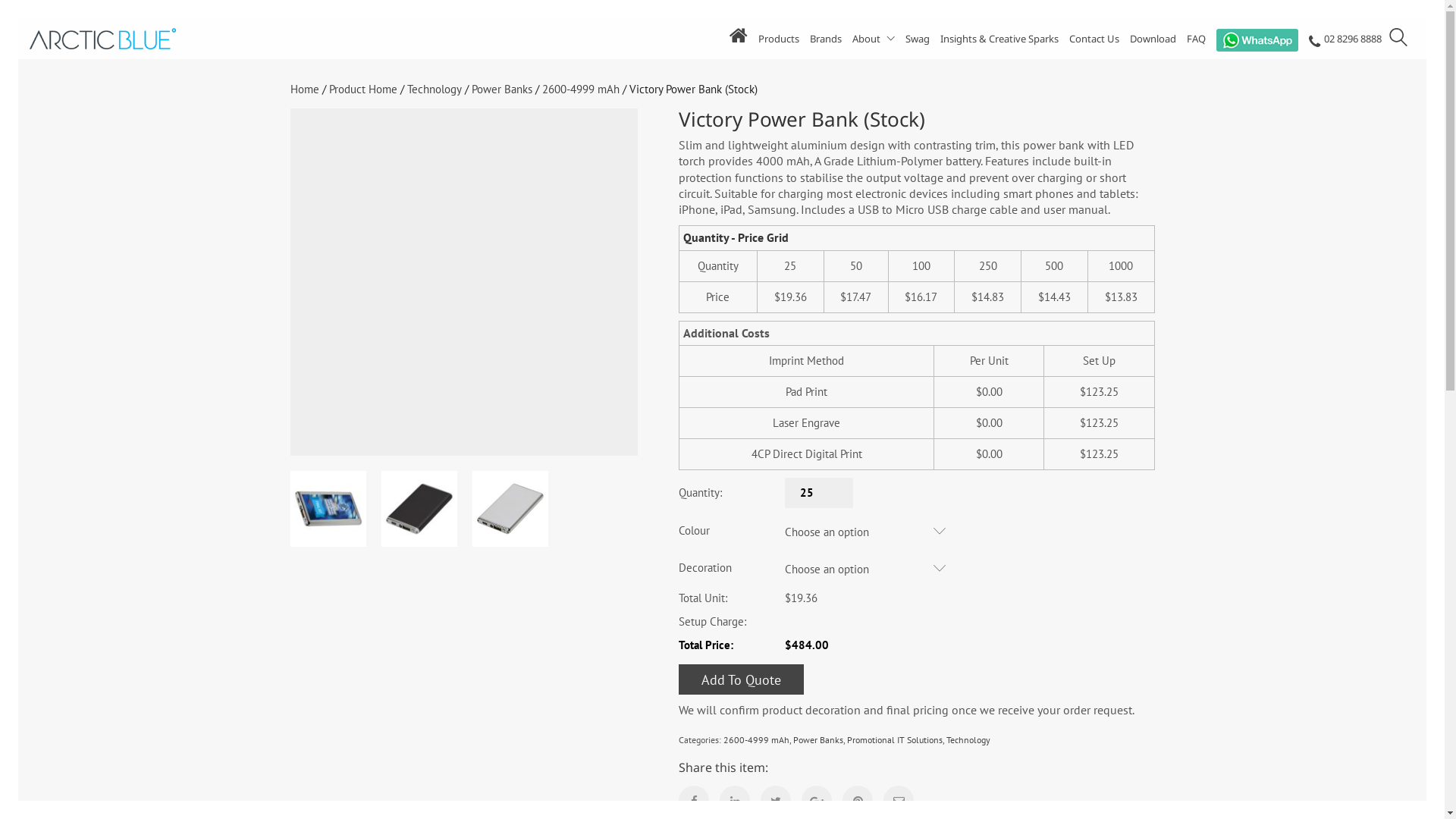  I want to click on 'Promotional IT Solutions', so click(895, 739).